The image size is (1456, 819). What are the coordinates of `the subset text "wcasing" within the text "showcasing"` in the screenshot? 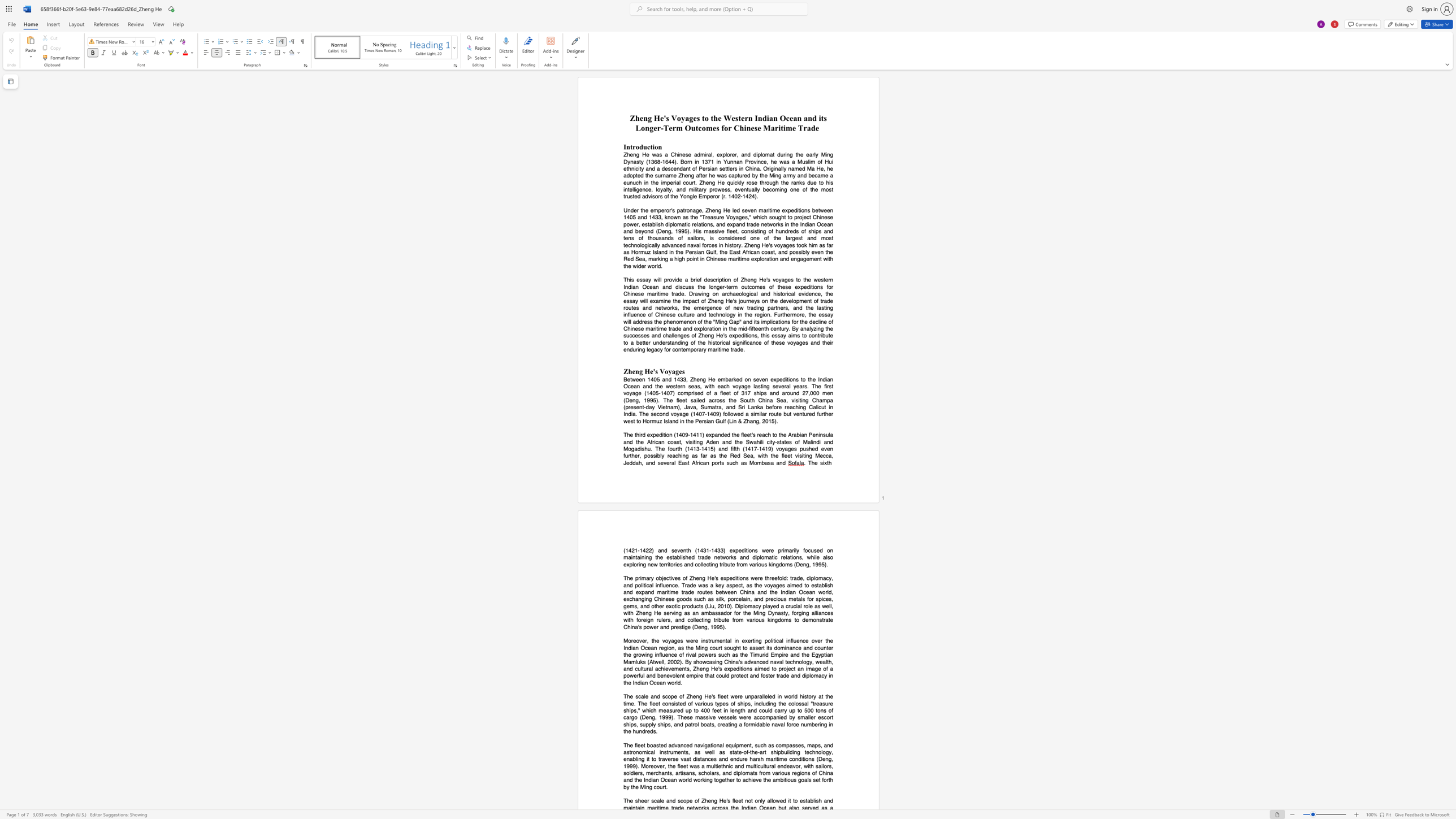 It's located at (701, 661).